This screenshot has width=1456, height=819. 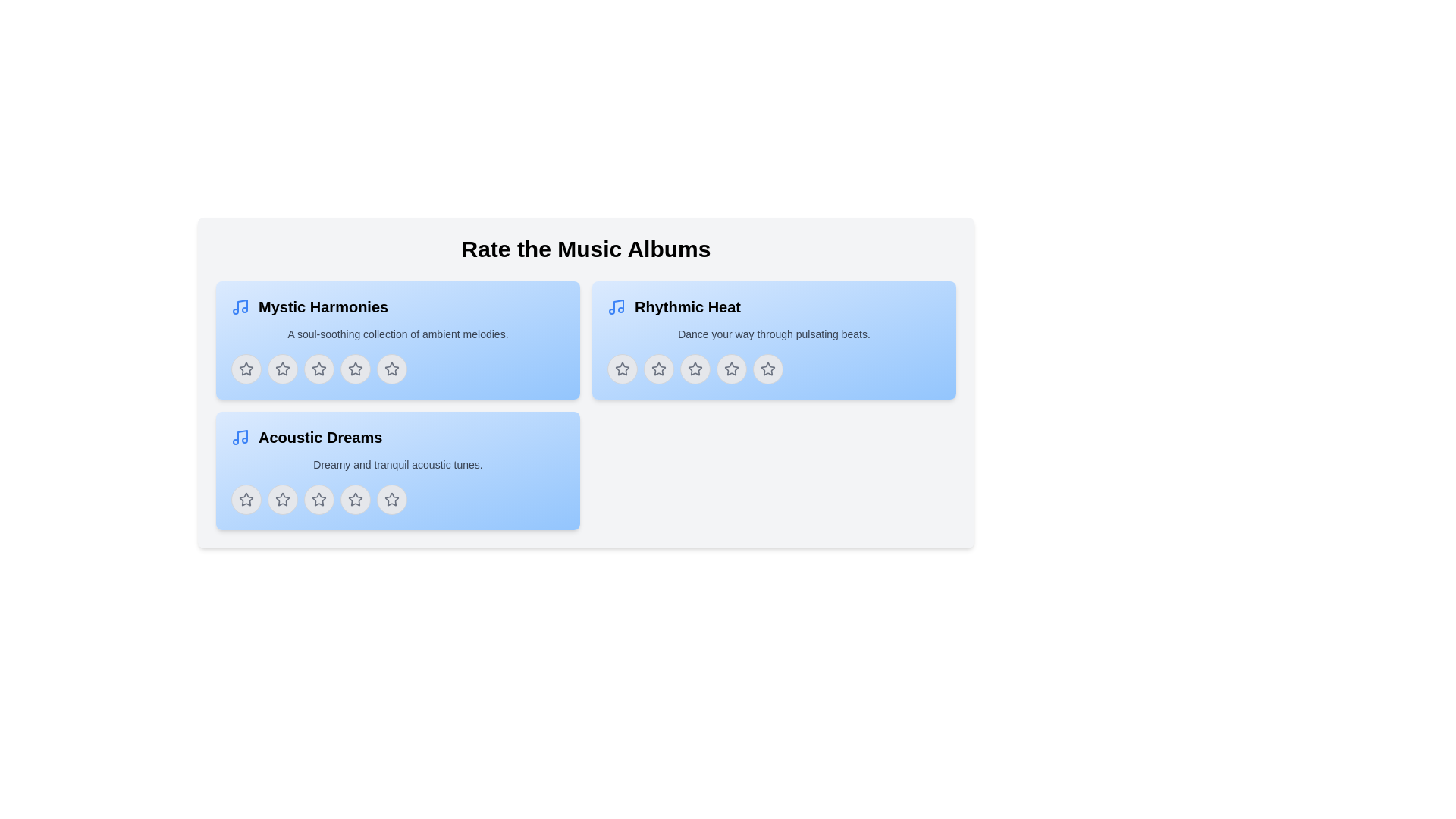 What do you see at coordinates (658, 369) in the screenshot?
I see `the first rating star for the 'Rhythmic Heat' album` at bounding box center [658, 369].